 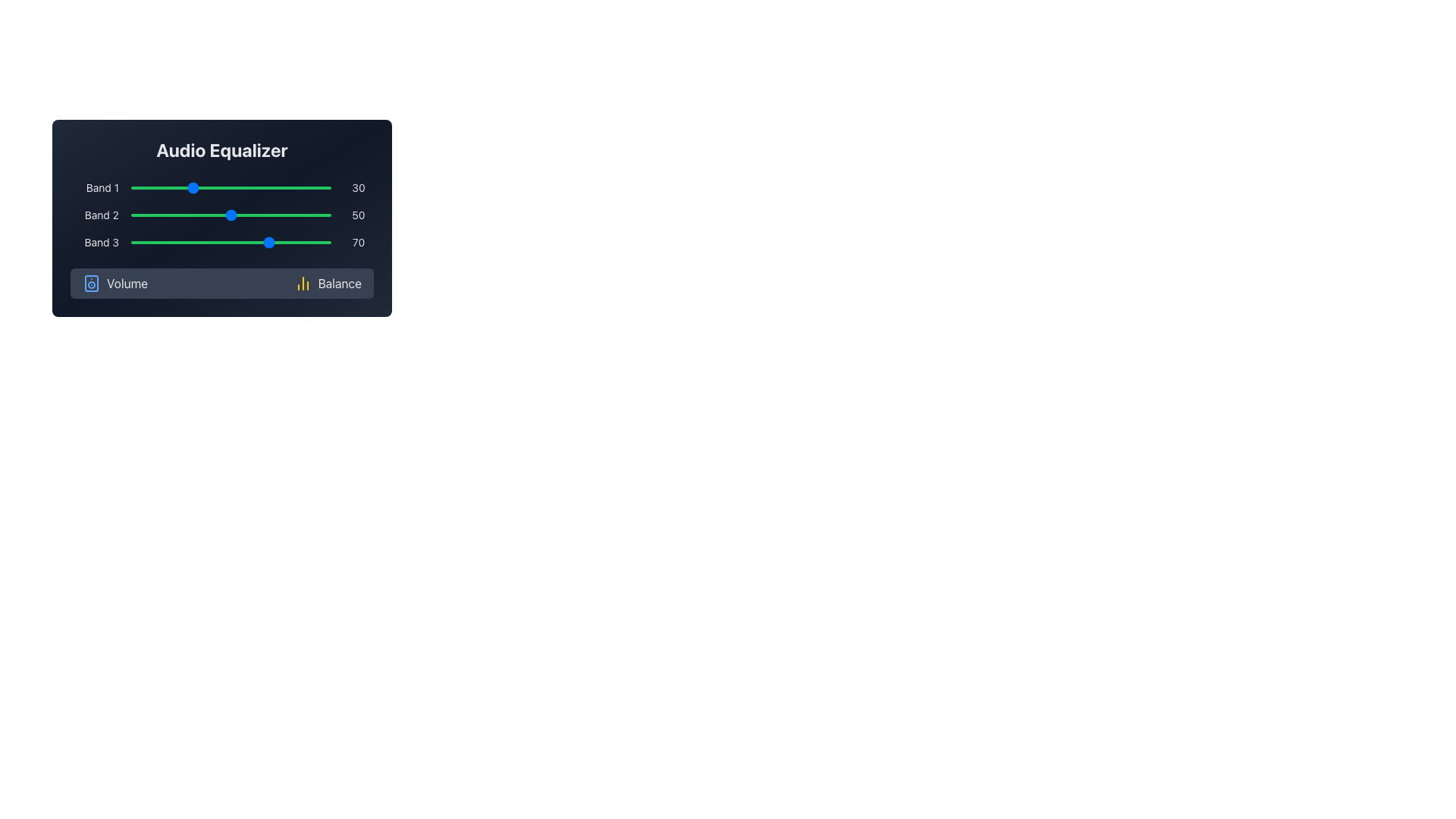 I want to click on the slider labeled 'Band 1', so click(x=149, y=187).